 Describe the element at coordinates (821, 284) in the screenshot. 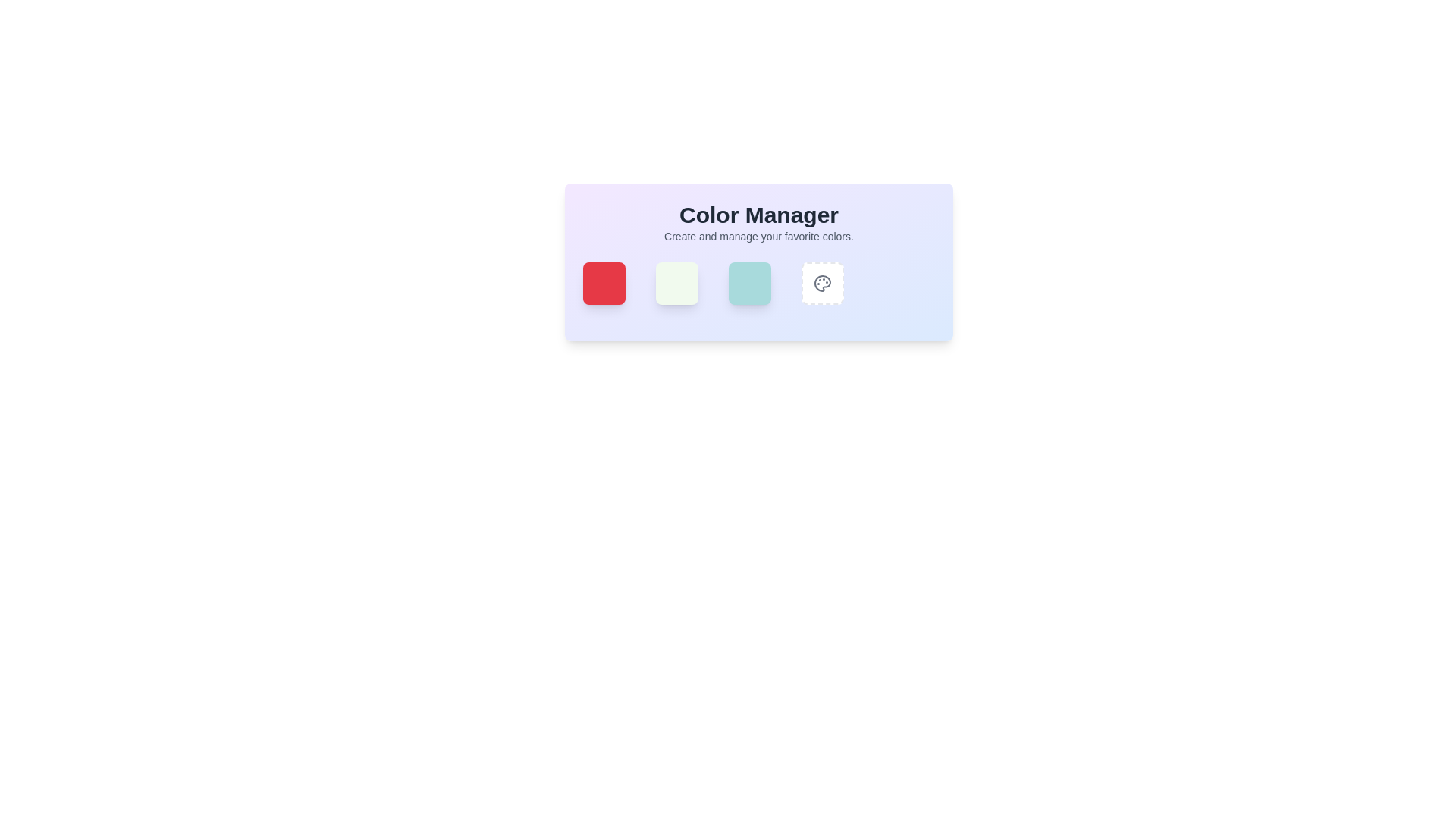

I see `the icon representing the painting or color palette functionality, which is the fourth item in the row of colored boxes within the 'Color Manager' interface` at that location.